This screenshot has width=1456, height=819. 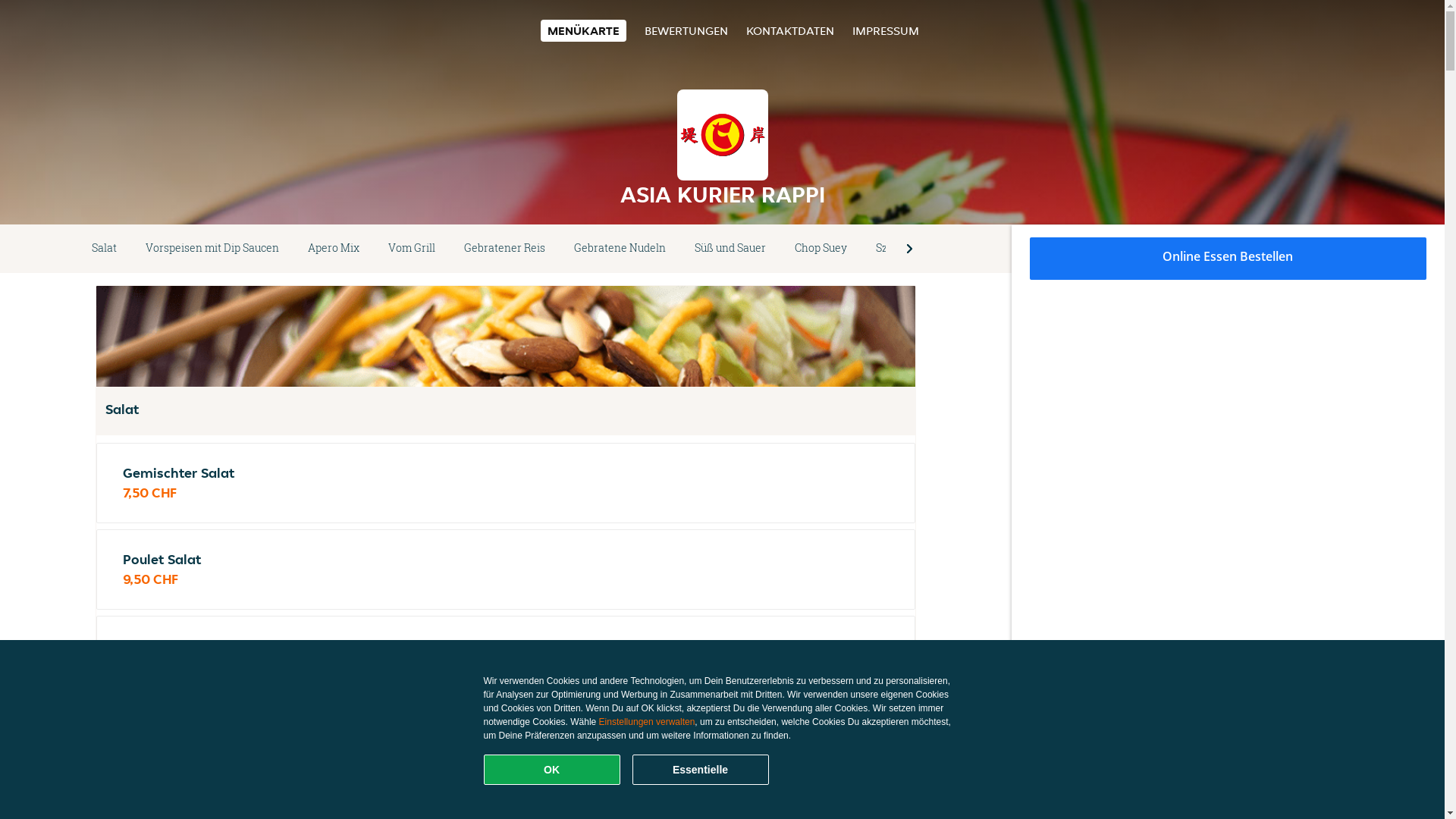 What do you see at coordinates (820, 247) in the screenshot?
I see `'Chop Suey'` at bounding box center [820, 247].